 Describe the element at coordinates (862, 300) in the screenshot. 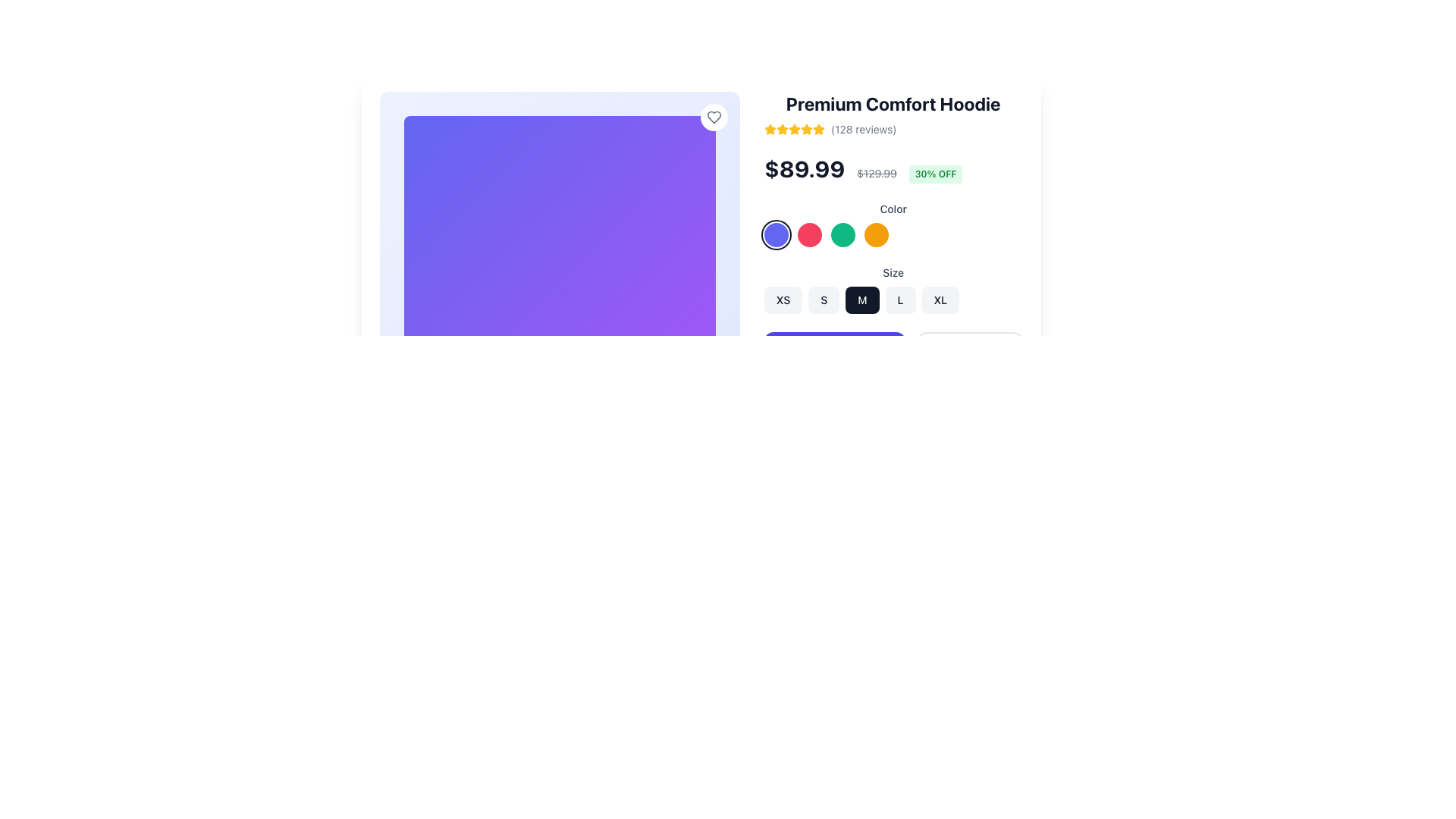

I see `the button` at that location.